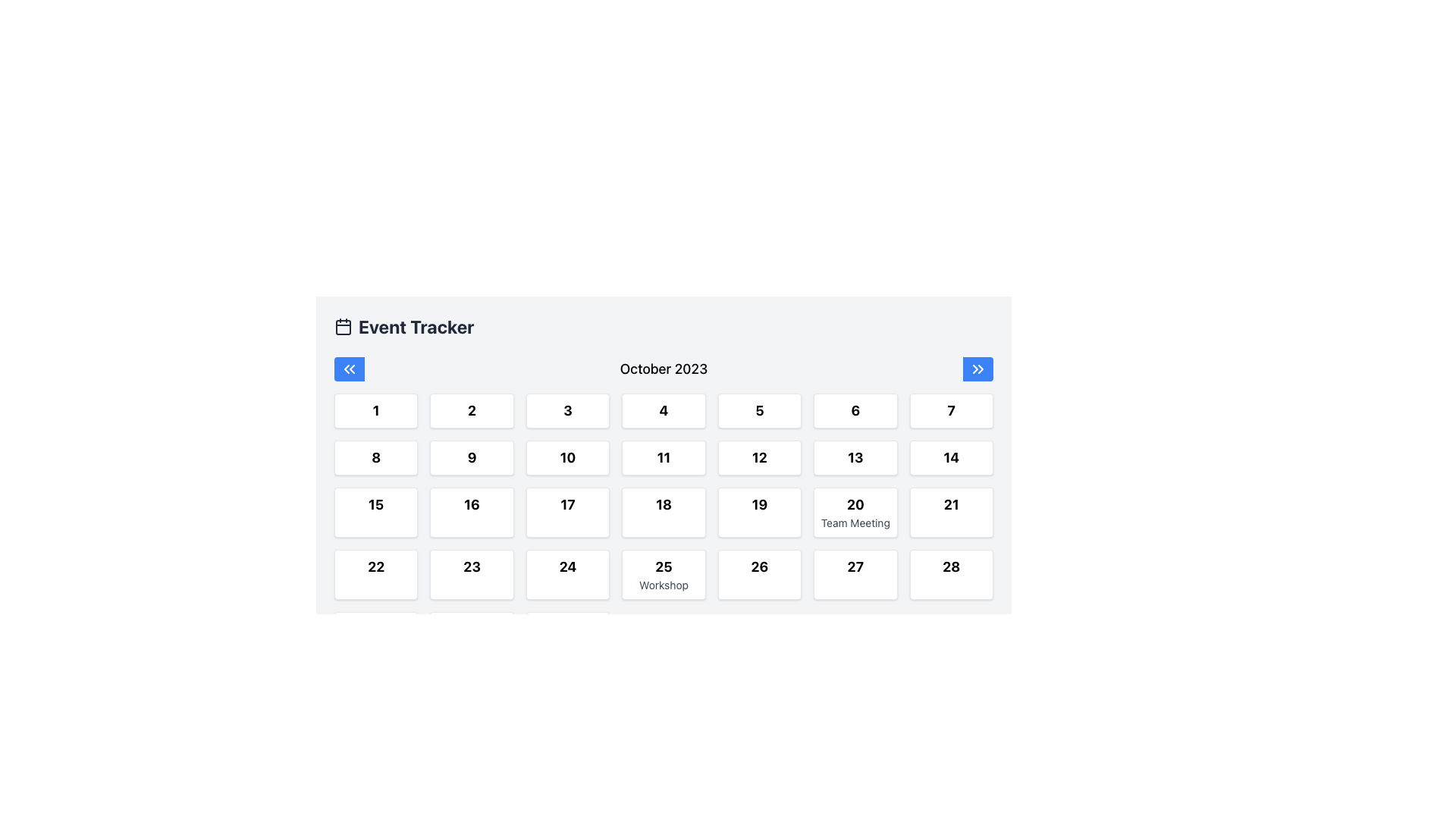  I want to click on the static text element representing the calendar day '14', so click(950, 457).